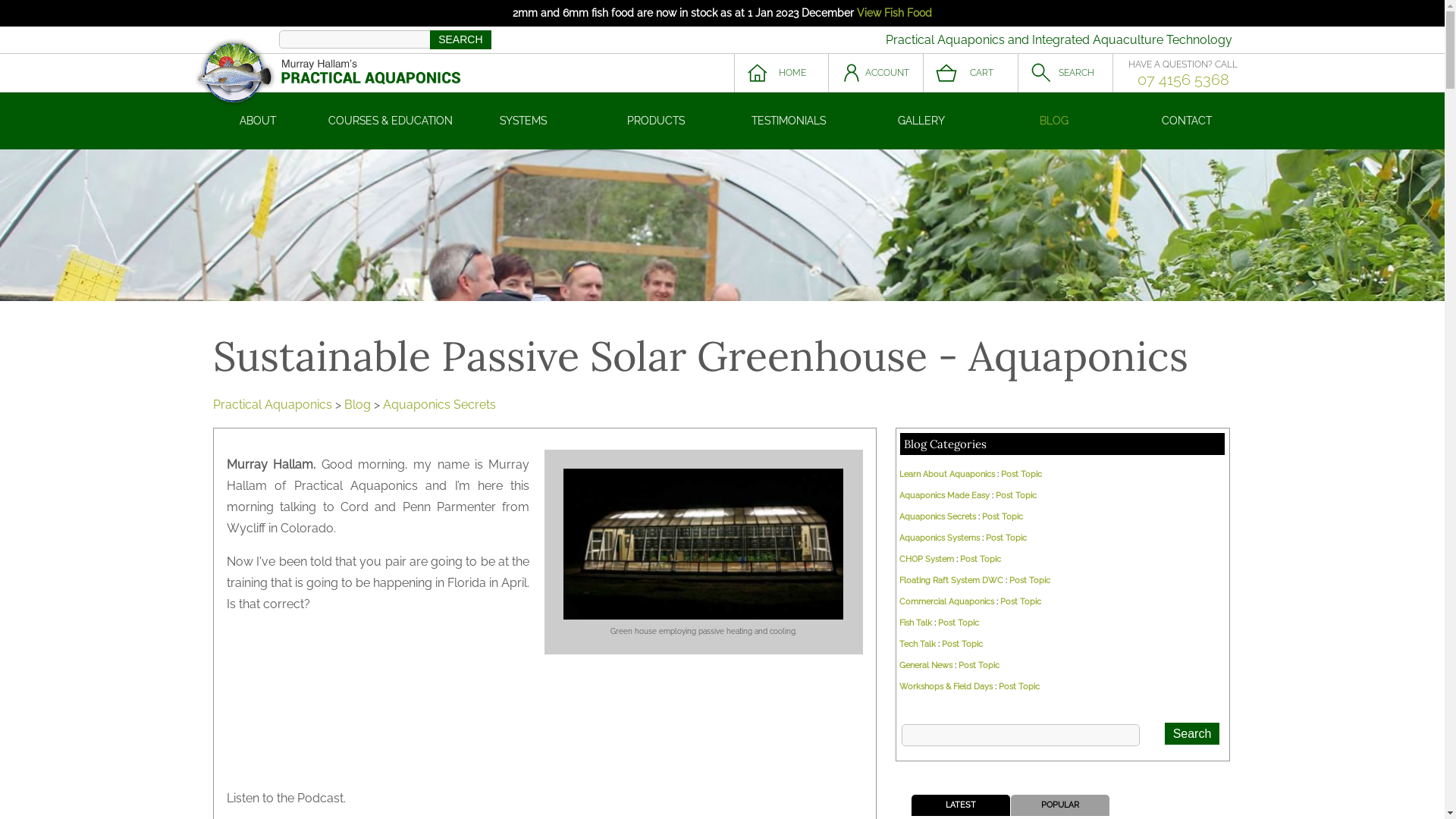 Image resolution: width=1456 pixels, height=819 pixels. What do you see at coordinates (781, 73) in the screenshot?
I see `'HOME'` at bounding box center [781, 73].